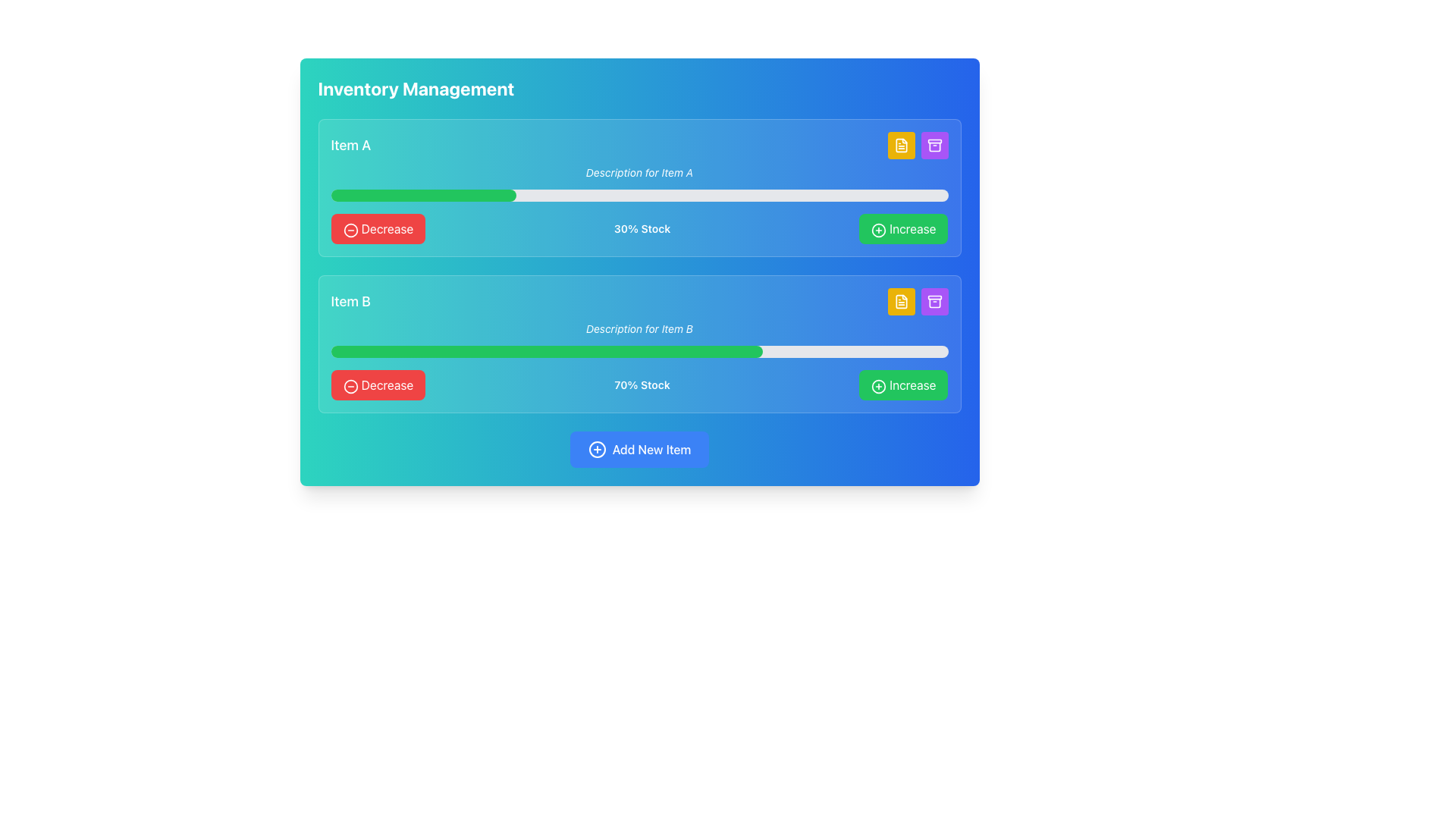 This screenshot has width=1456, height=819. What do you see at coordinates (552, 195) in the screenshot?
I see `the stock level` at bounding box center [552, 195].